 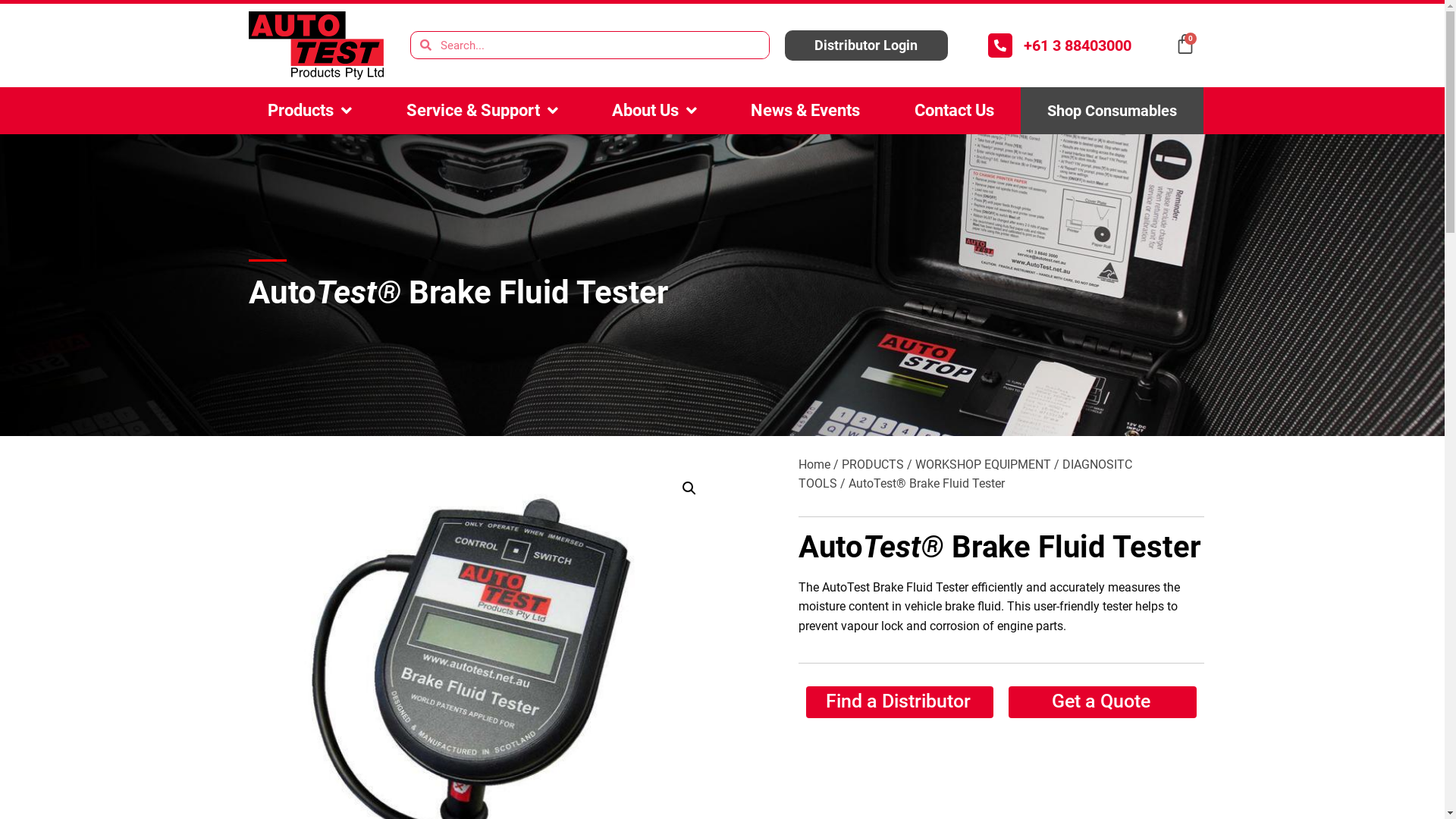 What do you see at coordinates (873, 463) in the screenshot?
I see `'PRODUCTS'` at bounding box center [873, 463].